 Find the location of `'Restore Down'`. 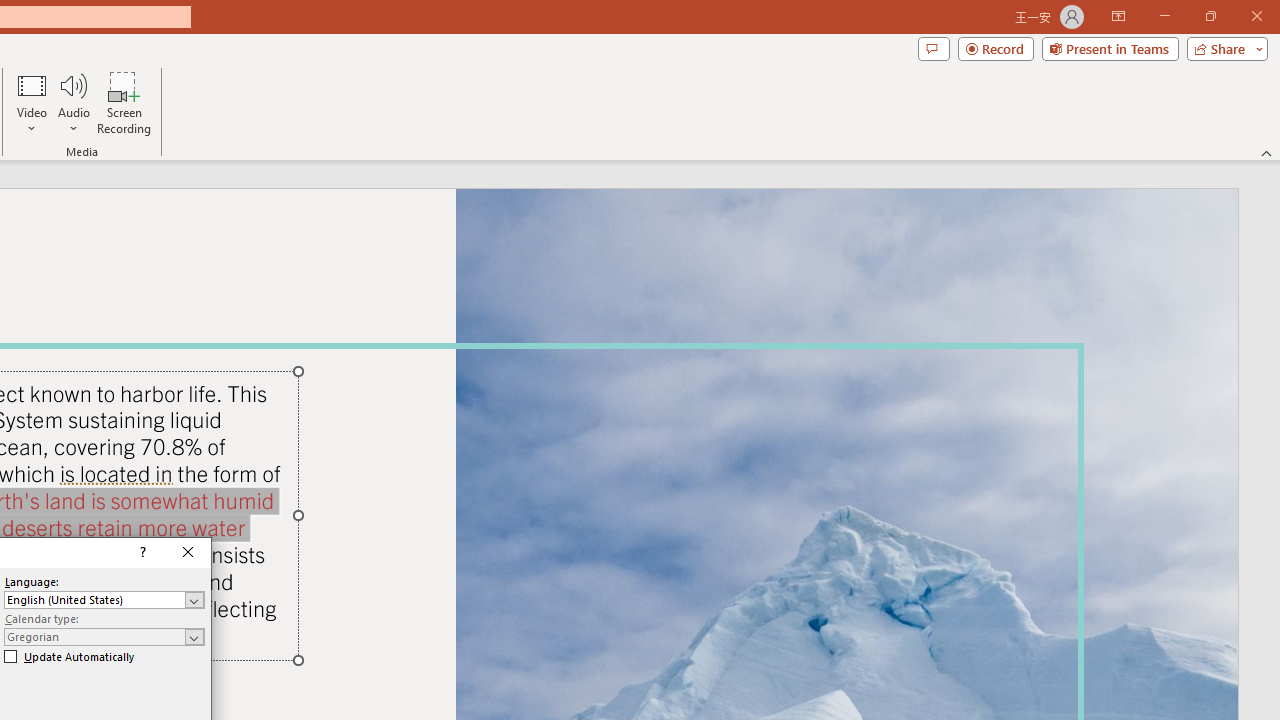

'Restore Down' is located at coordinates (1209, 16).